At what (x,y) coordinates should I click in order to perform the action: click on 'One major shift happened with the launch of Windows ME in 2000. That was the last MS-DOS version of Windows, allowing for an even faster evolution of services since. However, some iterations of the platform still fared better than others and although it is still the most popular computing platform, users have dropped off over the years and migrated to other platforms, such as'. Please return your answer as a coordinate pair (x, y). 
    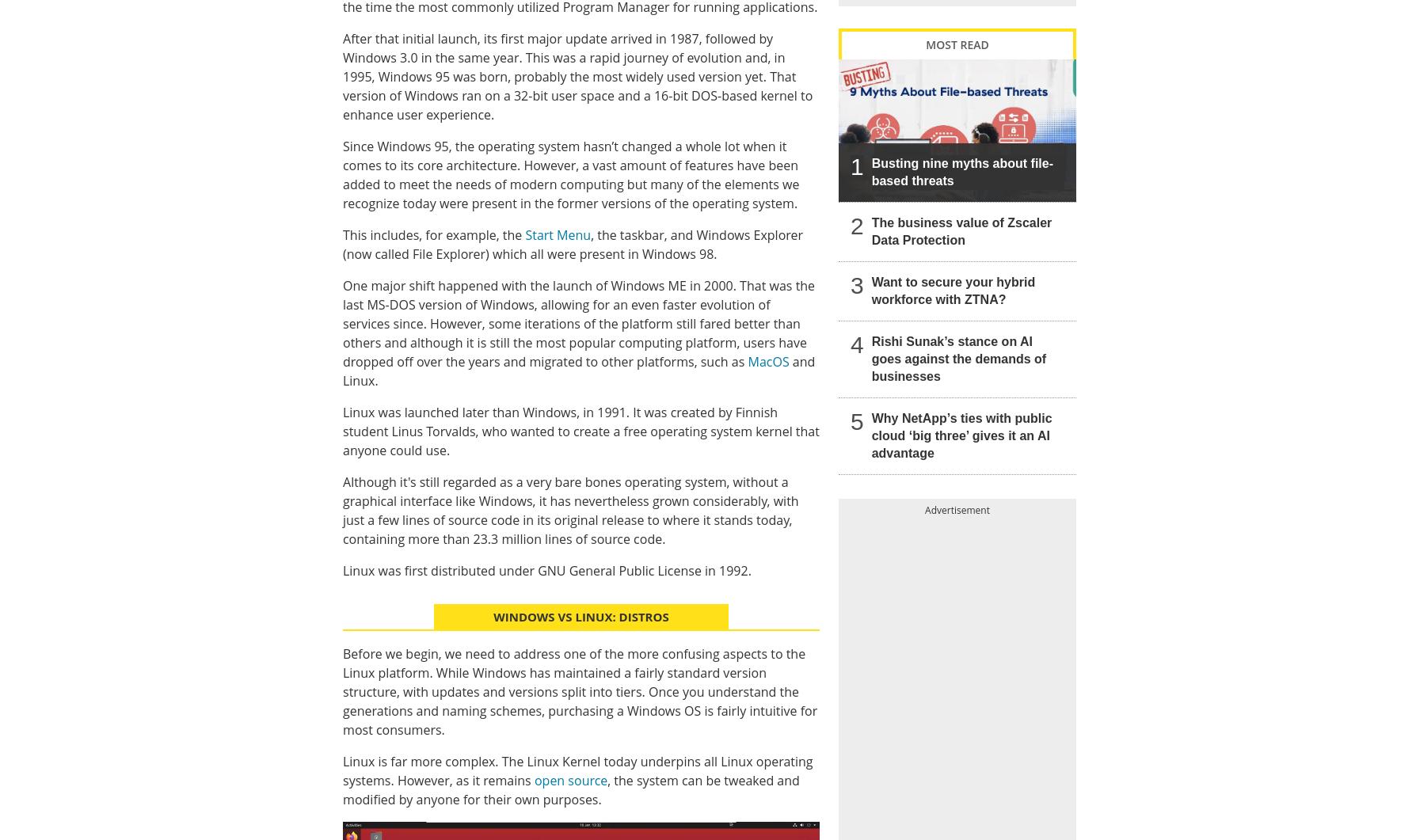
    Looking at the image, I should click on (577, 322).